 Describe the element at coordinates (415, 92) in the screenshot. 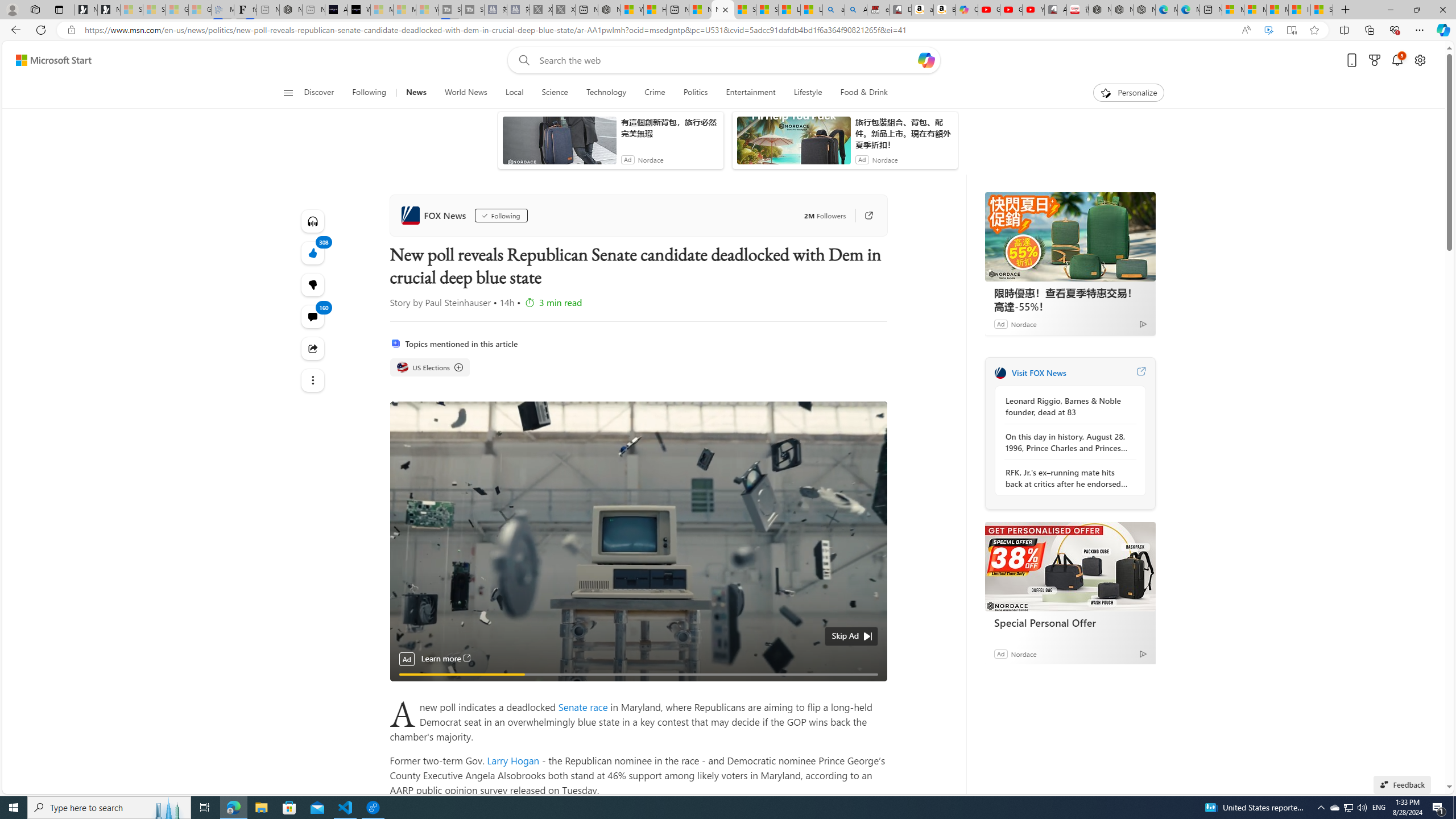

I see `'News'` at that location.